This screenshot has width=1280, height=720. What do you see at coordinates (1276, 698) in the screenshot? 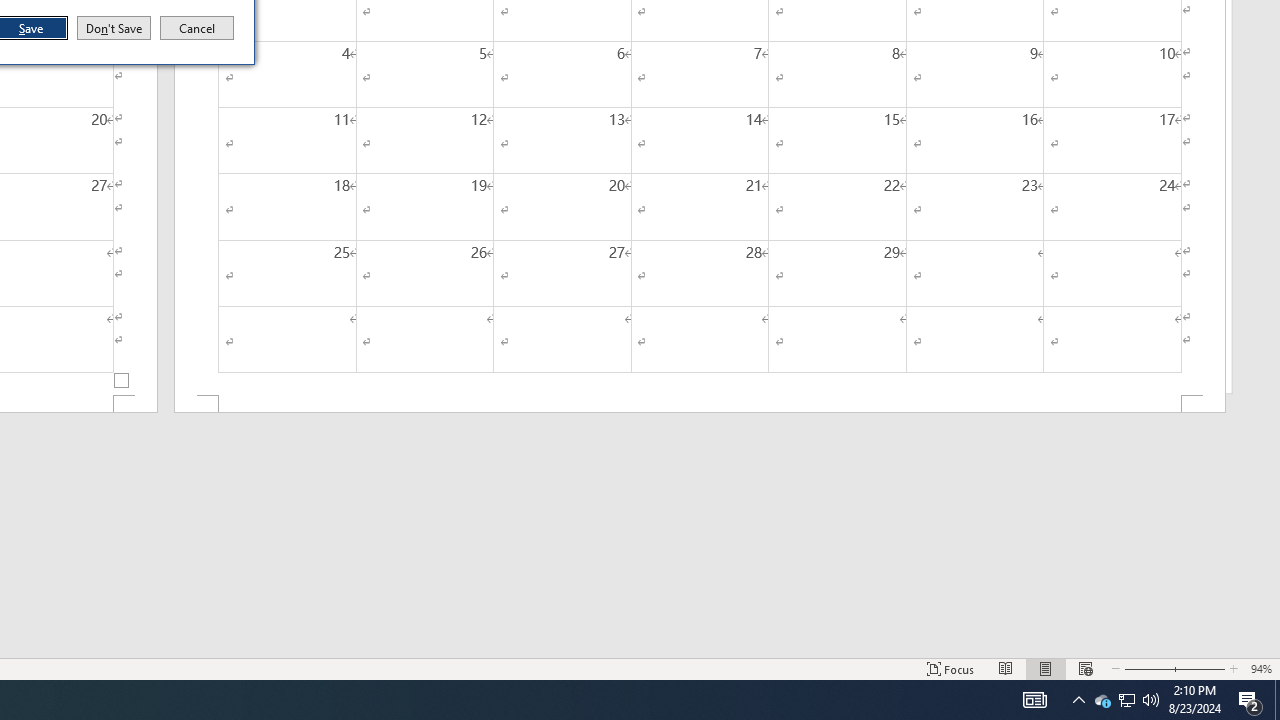
I see `'Show desktop'` at bounding box center [1276, 698].